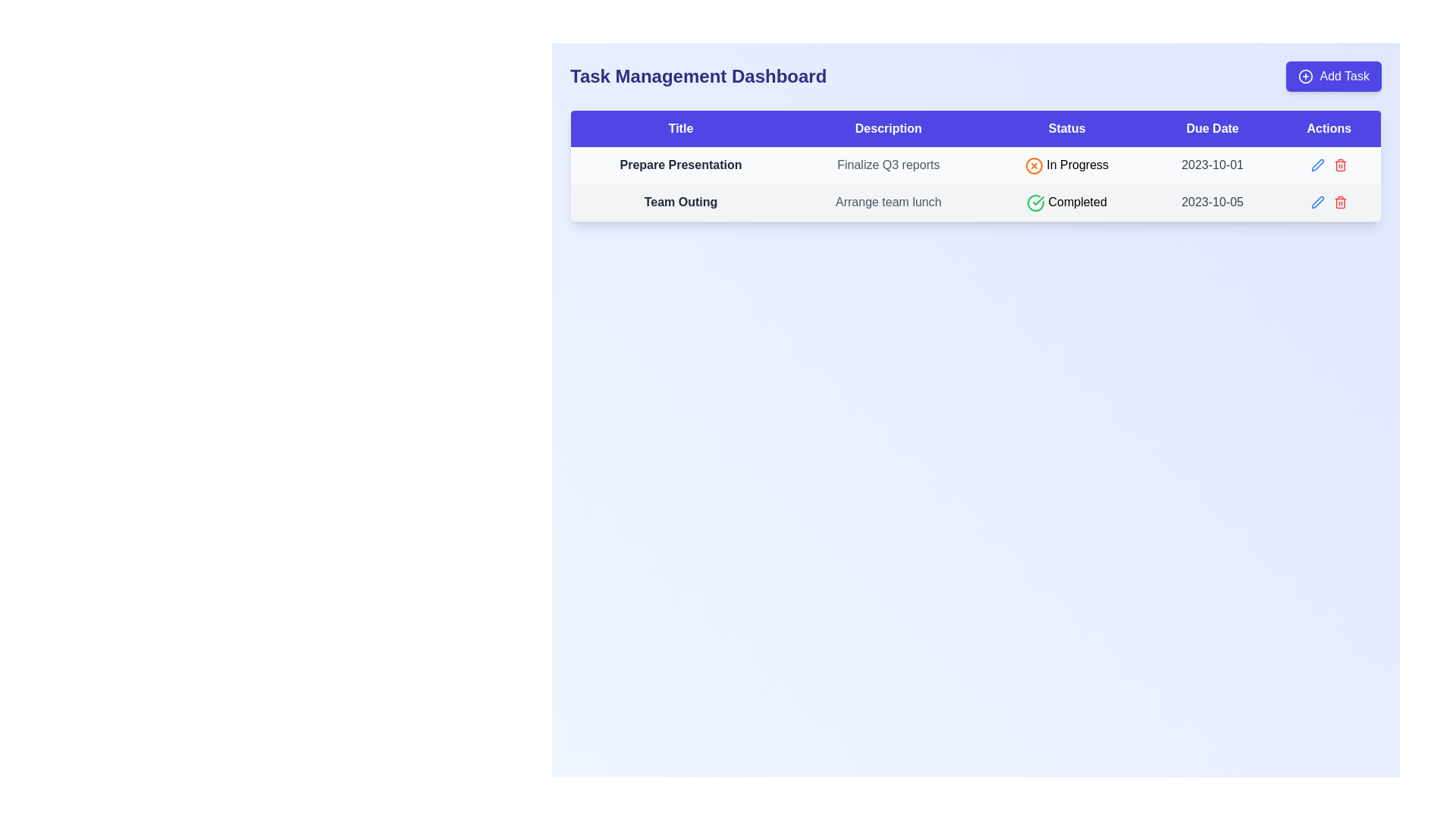 Image resolution: width=1456 pixels, height=819 pixels. What do you see at coordinates (679, 127) in the screenshot?
I see `the 'Title' header of the task management table, which is the first header in the row, positioned to the far left` at bounding box center [679, 127].